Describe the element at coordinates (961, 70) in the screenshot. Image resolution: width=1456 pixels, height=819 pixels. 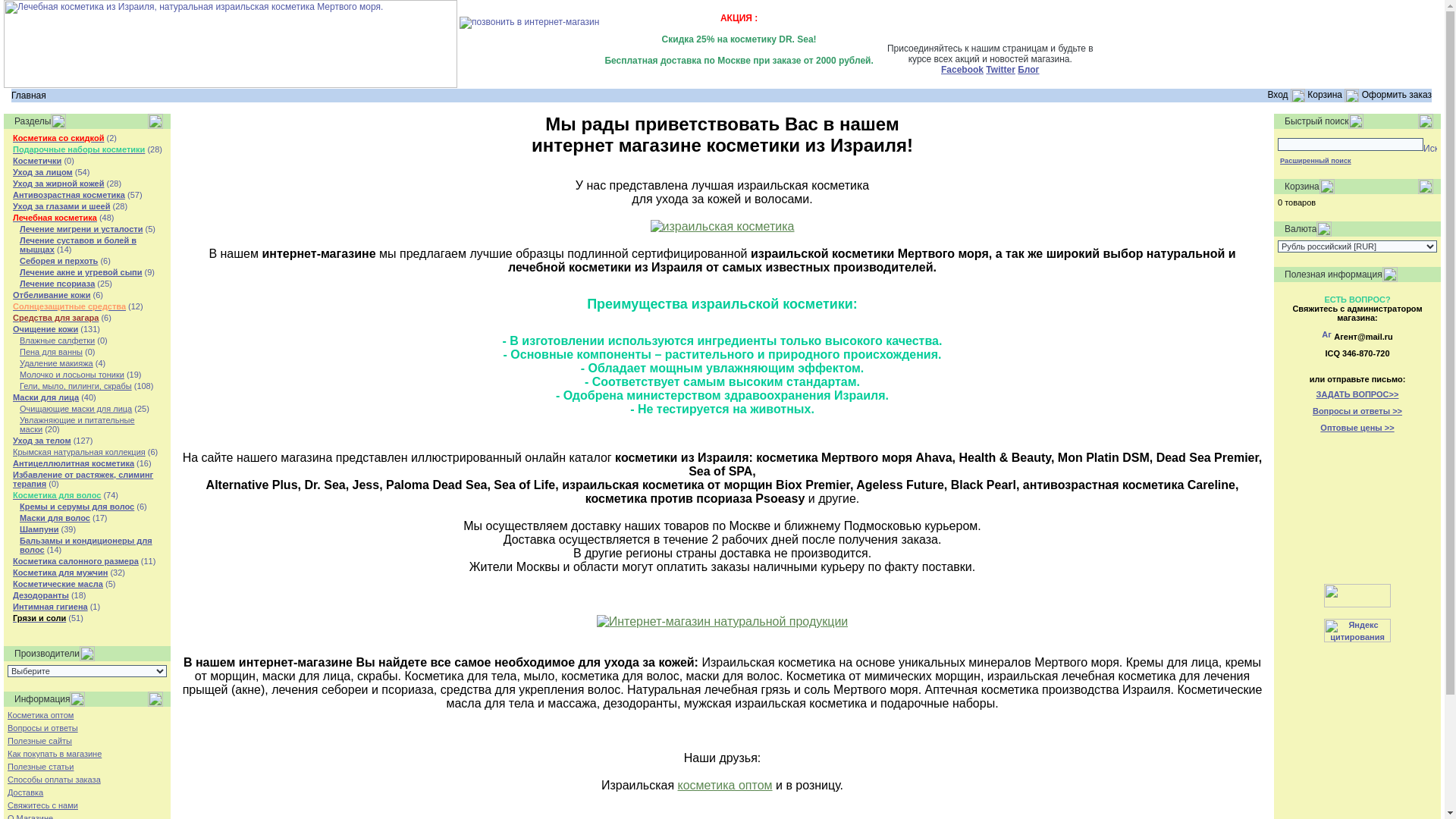
I see `'Facebook'` at that location.